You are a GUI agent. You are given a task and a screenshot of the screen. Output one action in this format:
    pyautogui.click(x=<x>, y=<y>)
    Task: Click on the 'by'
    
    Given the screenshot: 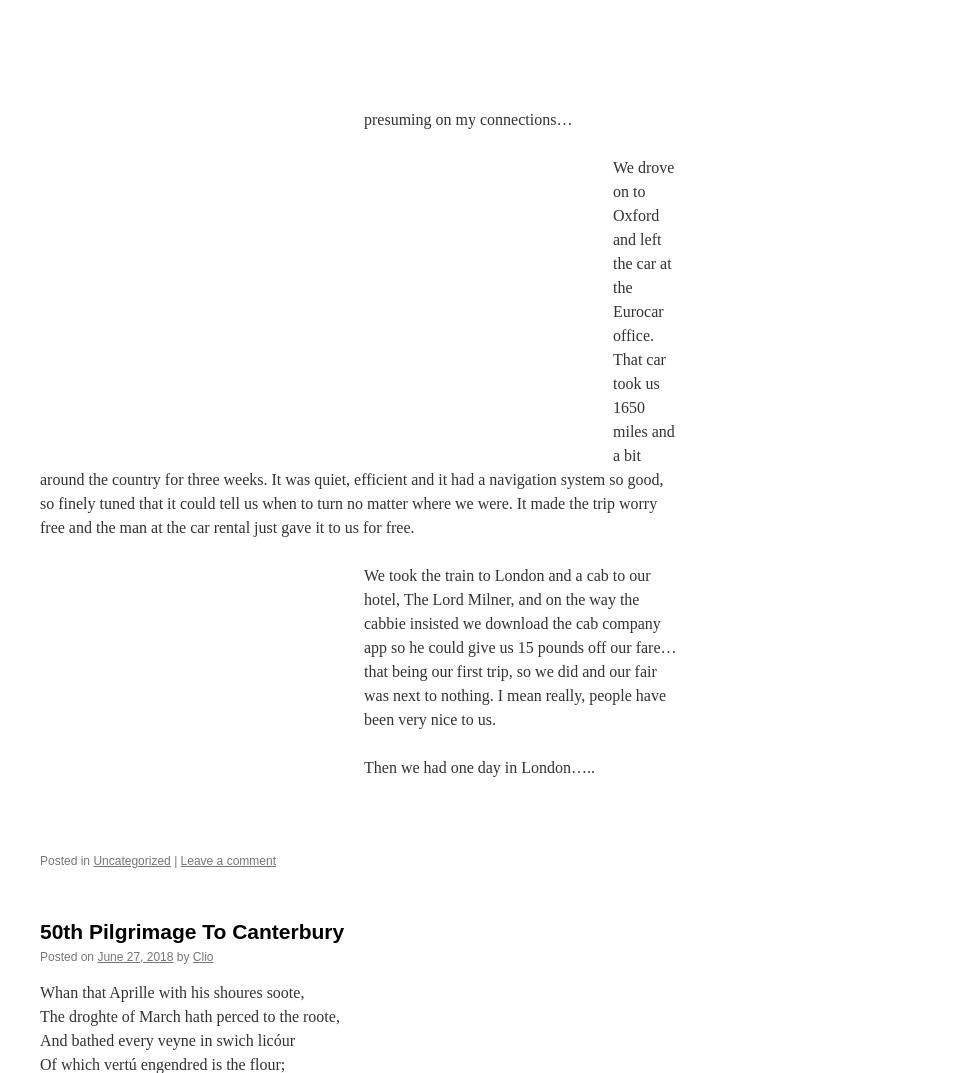 What is the action you would take?
    pyautogui.click(x=182, y=955)
    